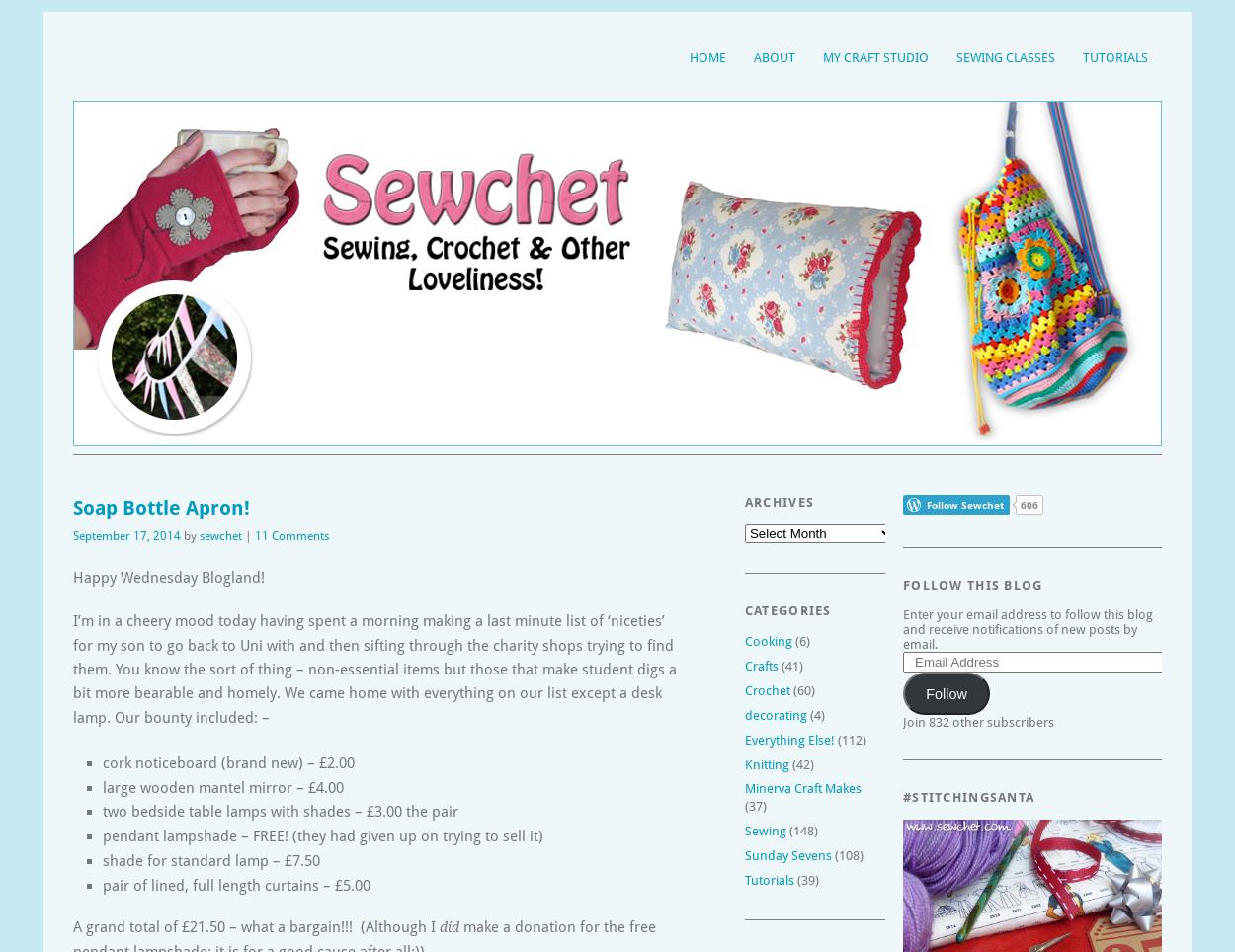 The image size is (1235, 952). I want to click on 'Sewing, crochet, crafts, accessories, baking, tutorials,', so click(247, 65).